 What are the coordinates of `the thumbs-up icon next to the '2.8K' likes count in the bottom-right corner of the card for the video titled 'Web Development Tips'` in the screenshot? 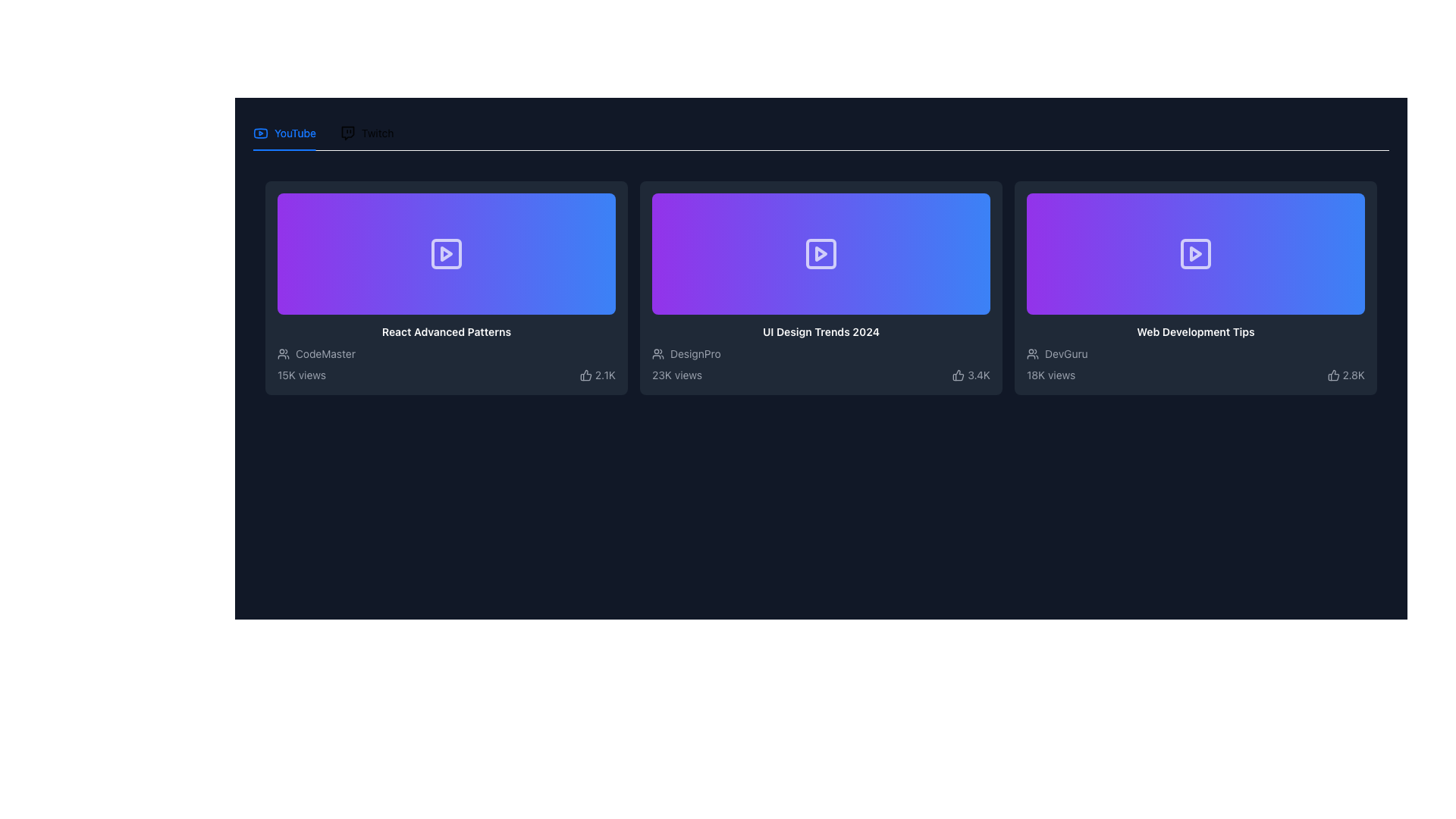 It's located at (1346, 375).